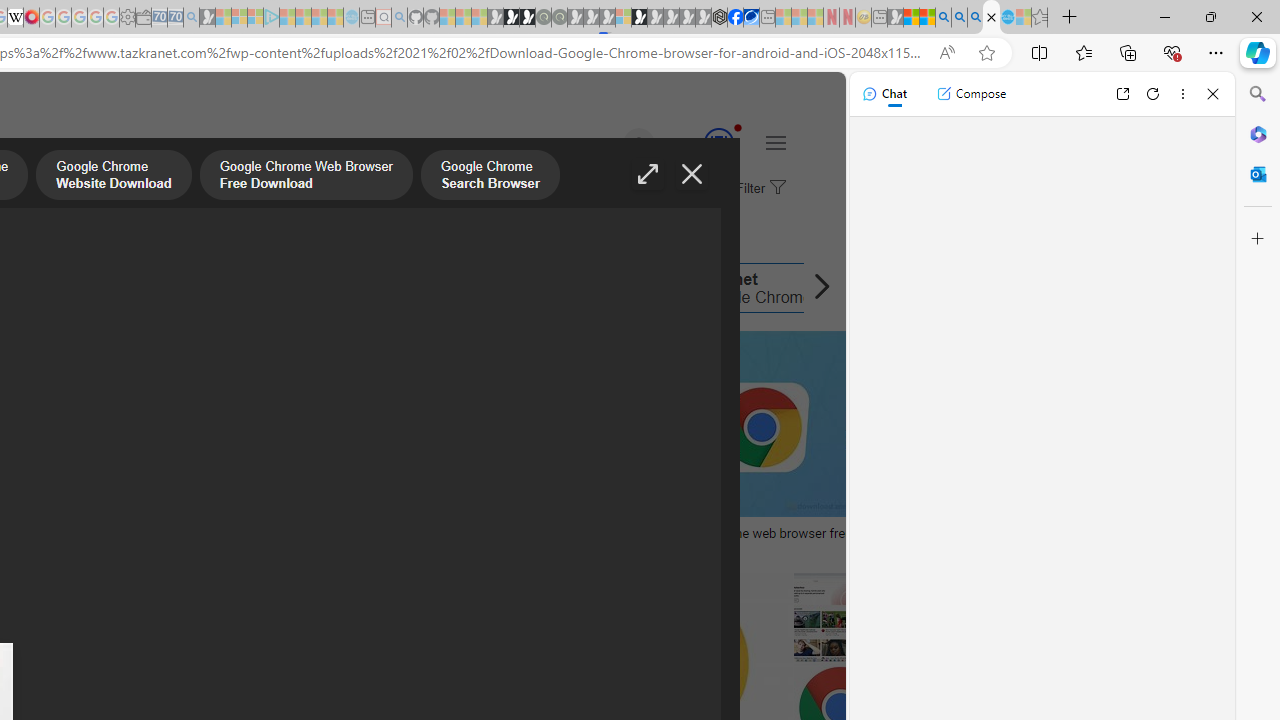  What do you see at coordinates (750, 17) in the screenshot?
I see `'AirNow.gov'` at bounding box center [750, 17].